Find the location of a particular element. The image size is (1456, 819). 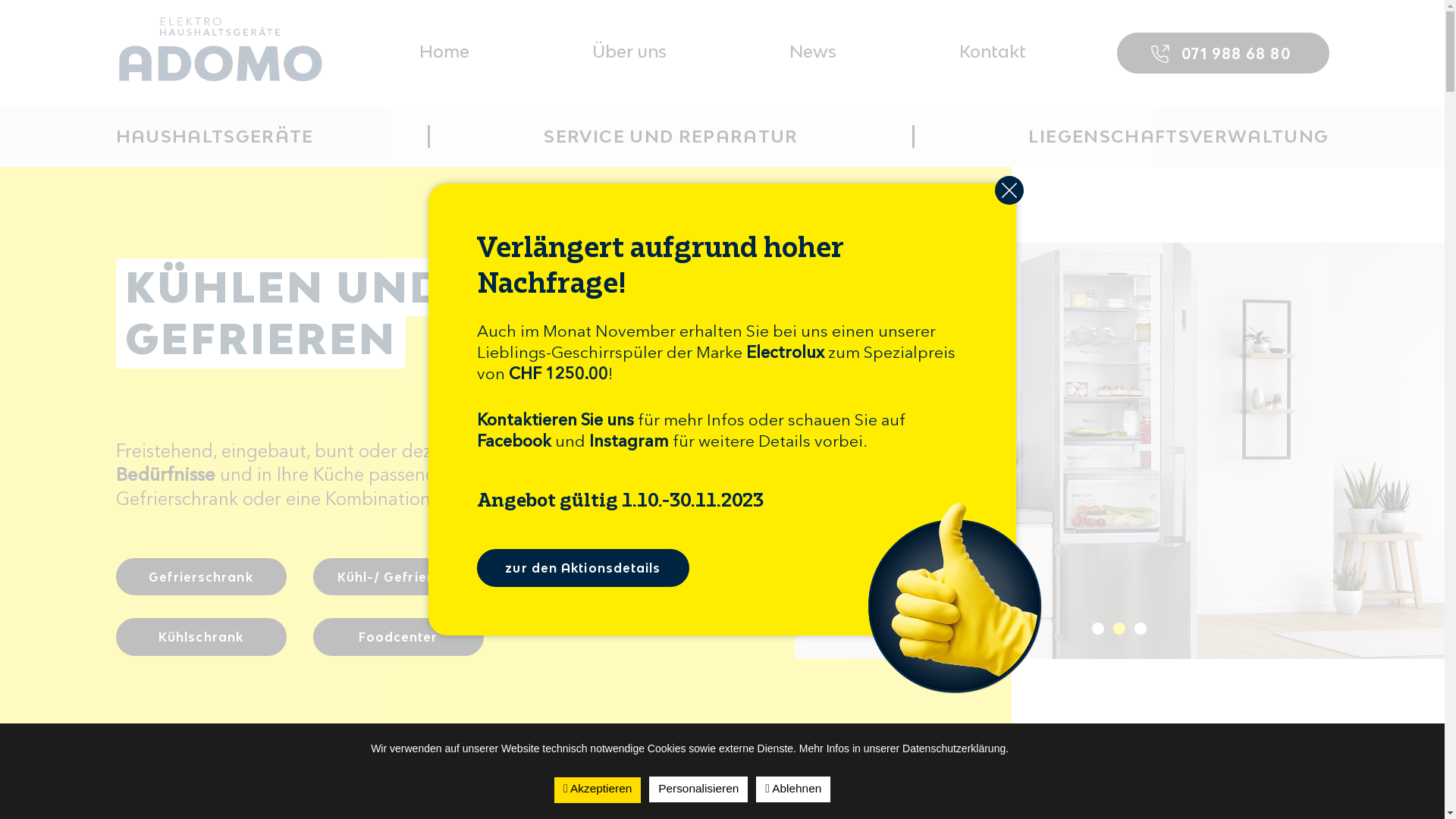

'3' is located at coordinates (1140, 629).